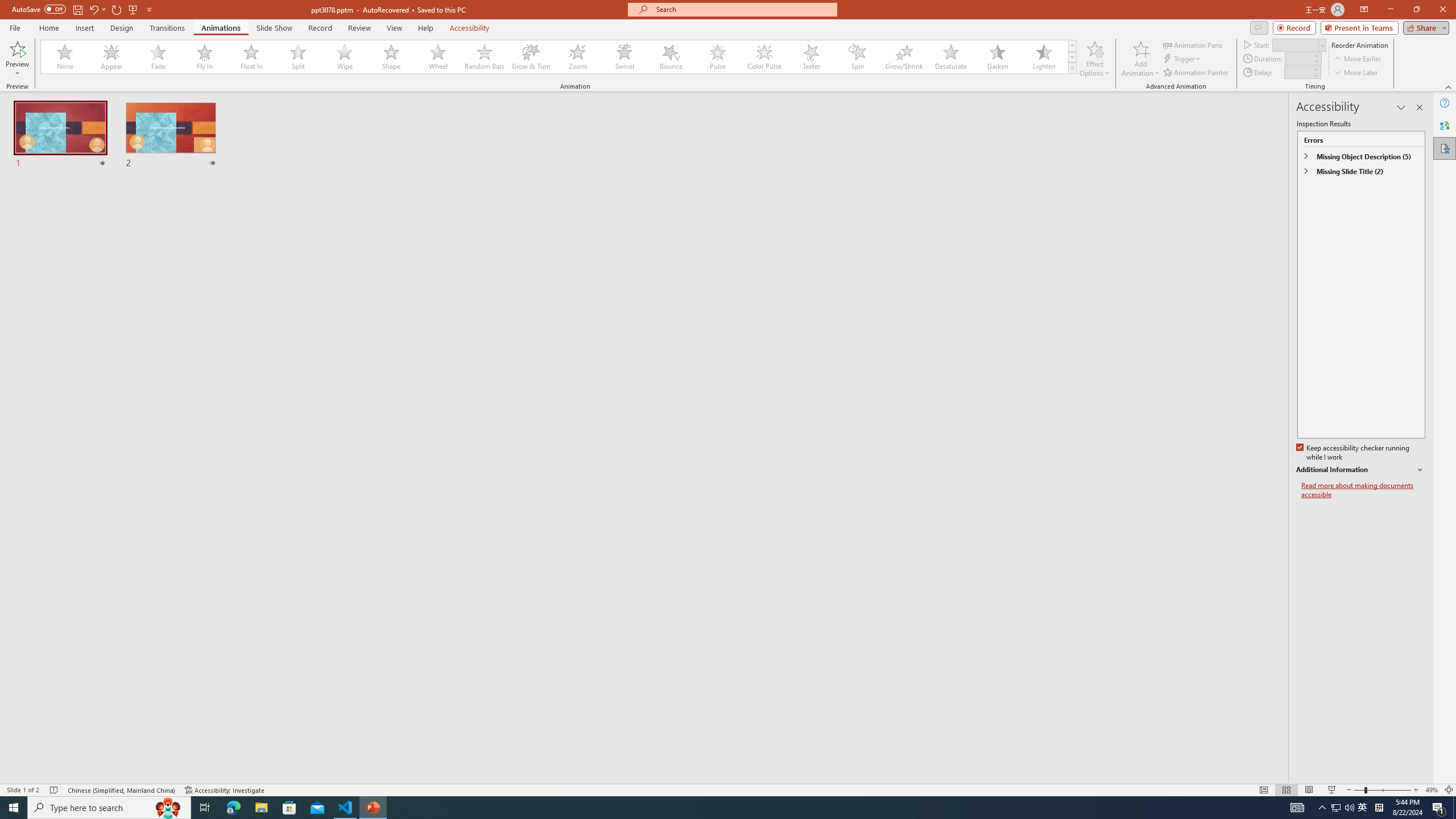 This screenshot has width=1456, height=819. I want to click on 'Swivel', so click(624, 56).